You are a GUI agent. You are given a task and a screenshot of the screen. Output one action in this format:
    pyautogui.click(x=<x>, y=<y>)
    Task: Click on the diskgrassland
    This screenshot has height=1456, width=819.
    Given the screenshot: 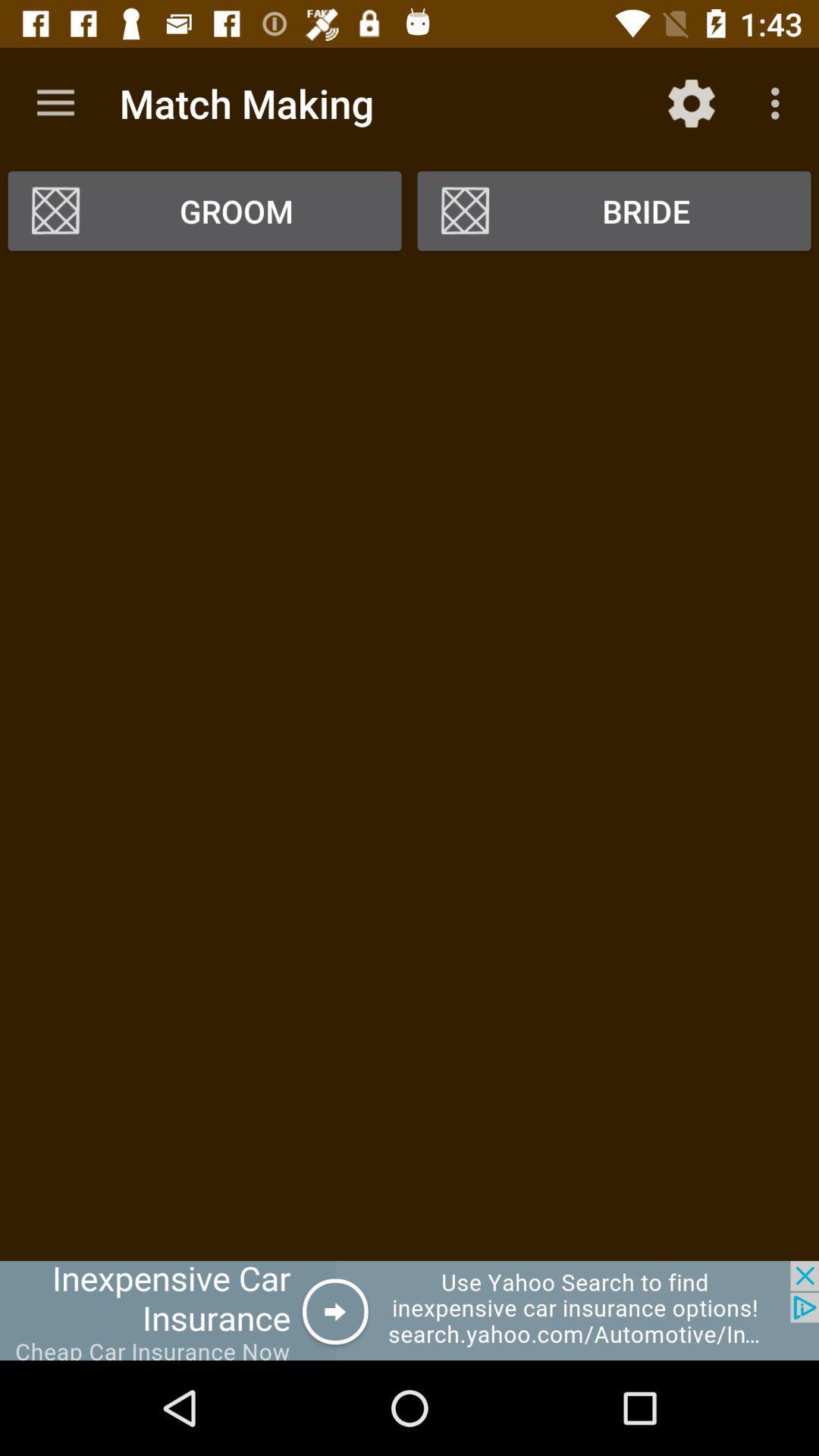 What is the action you would take?
    pyautogui.click(x=409, y=1310)
    